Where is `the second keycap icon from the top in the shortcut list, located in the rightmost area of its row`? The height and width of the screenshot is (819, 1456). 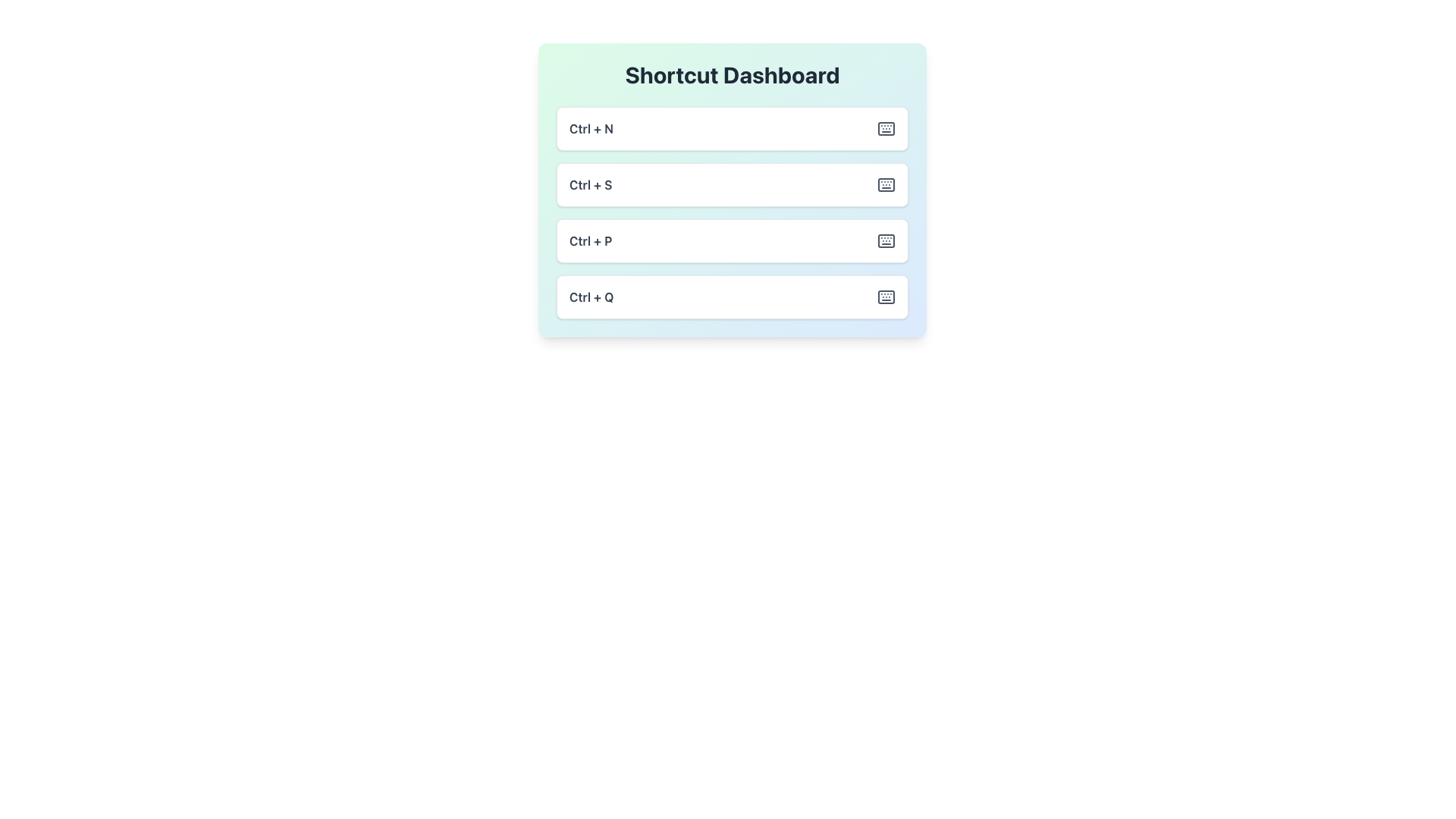
the second keycap icon from the top in the shortcut list, located in the rightmost area of its row is located at coordinates (886, 184).